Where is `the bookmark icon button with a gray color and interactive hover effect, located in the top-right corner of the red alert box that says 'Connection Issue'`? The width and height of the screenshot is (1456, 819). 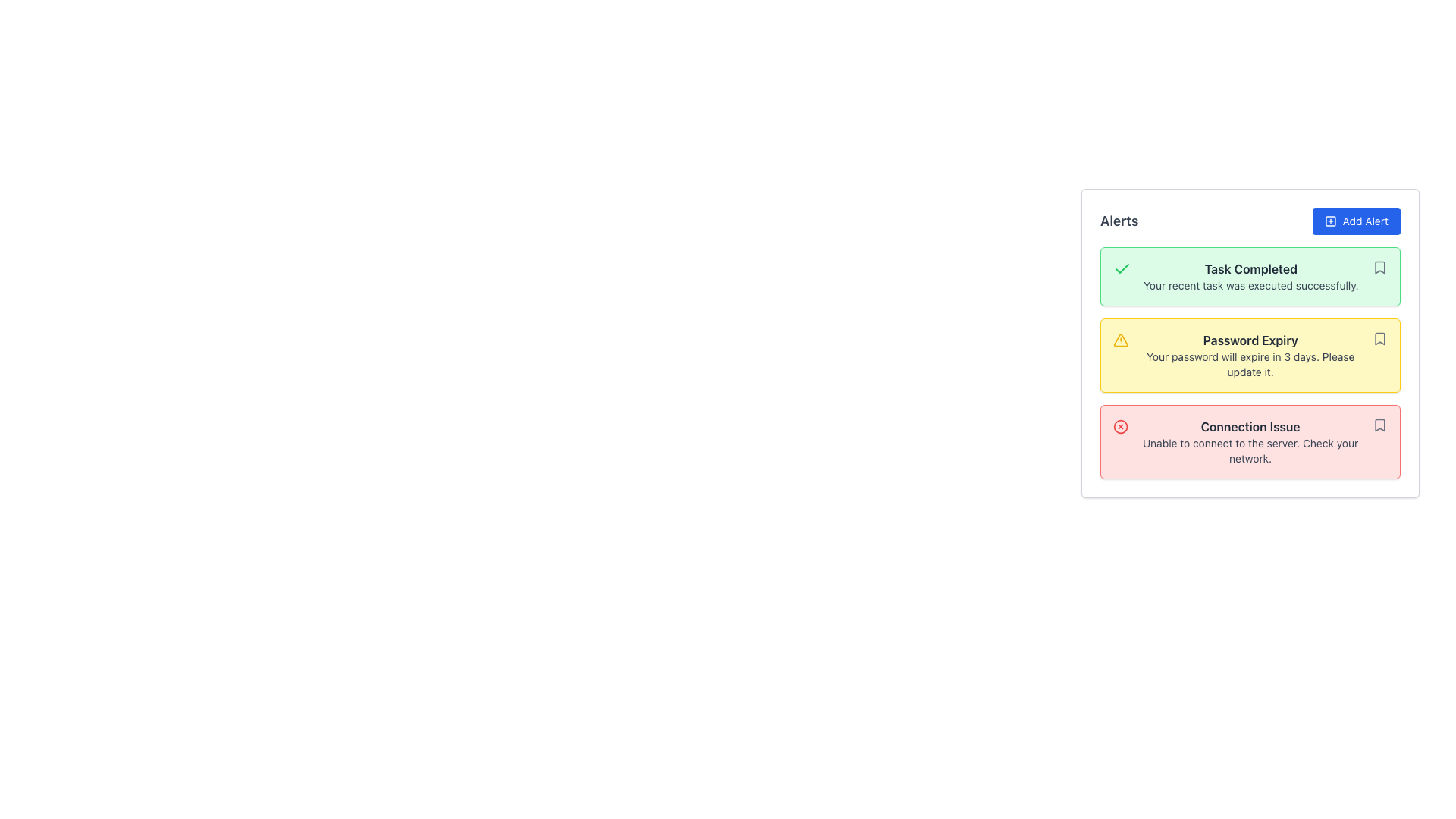 the bookmark icon button with a gray color and interactive hover effect, located in the top-right corner of the red alert box that says 'Connection Issue' is located at coordinates (1379, 425).